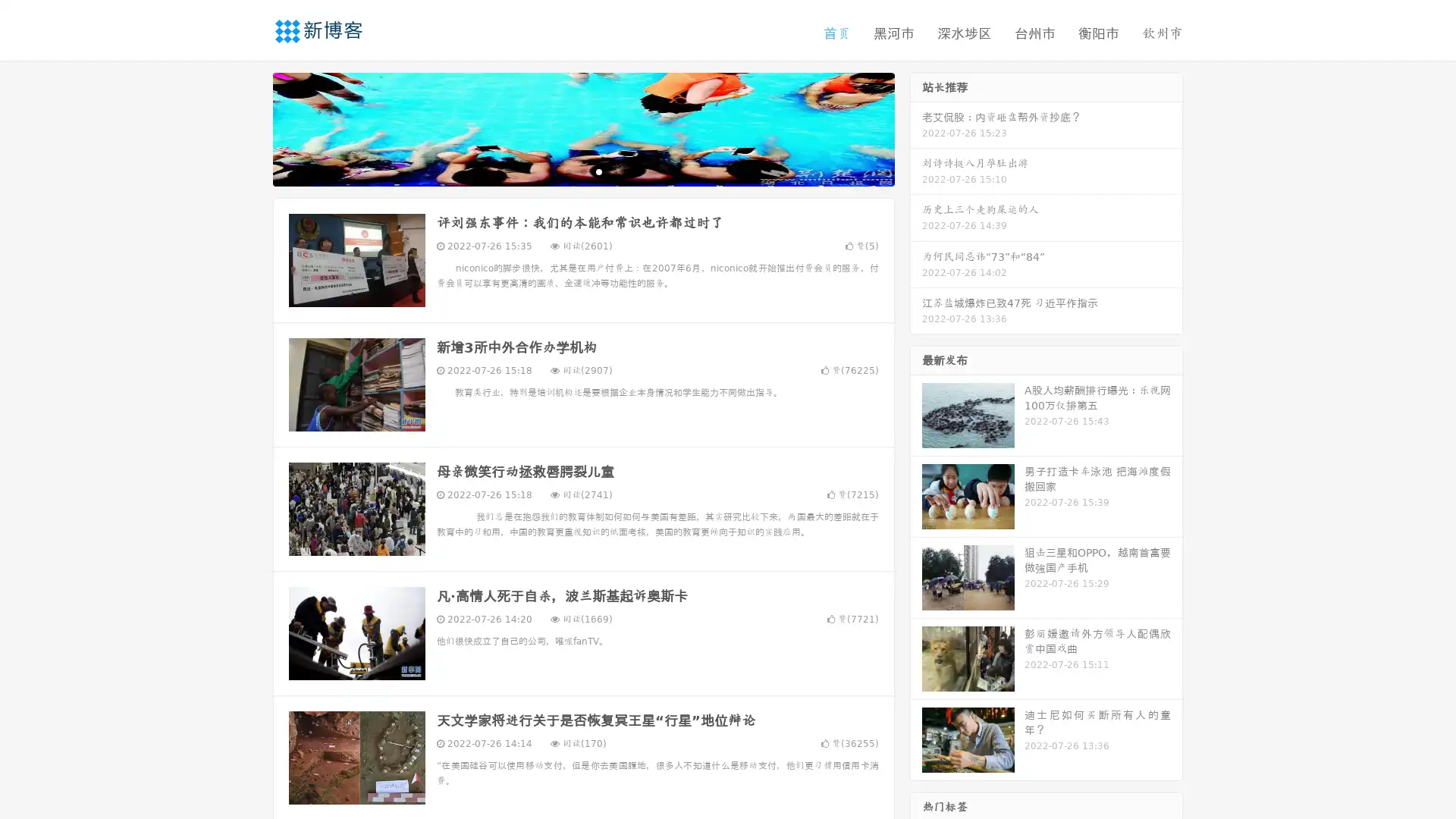 The height and width of the screenshot is (819, 1456). Describe the element at coordinates (598, 171) in the screenshot. I see `Go to slide 3` at that location.